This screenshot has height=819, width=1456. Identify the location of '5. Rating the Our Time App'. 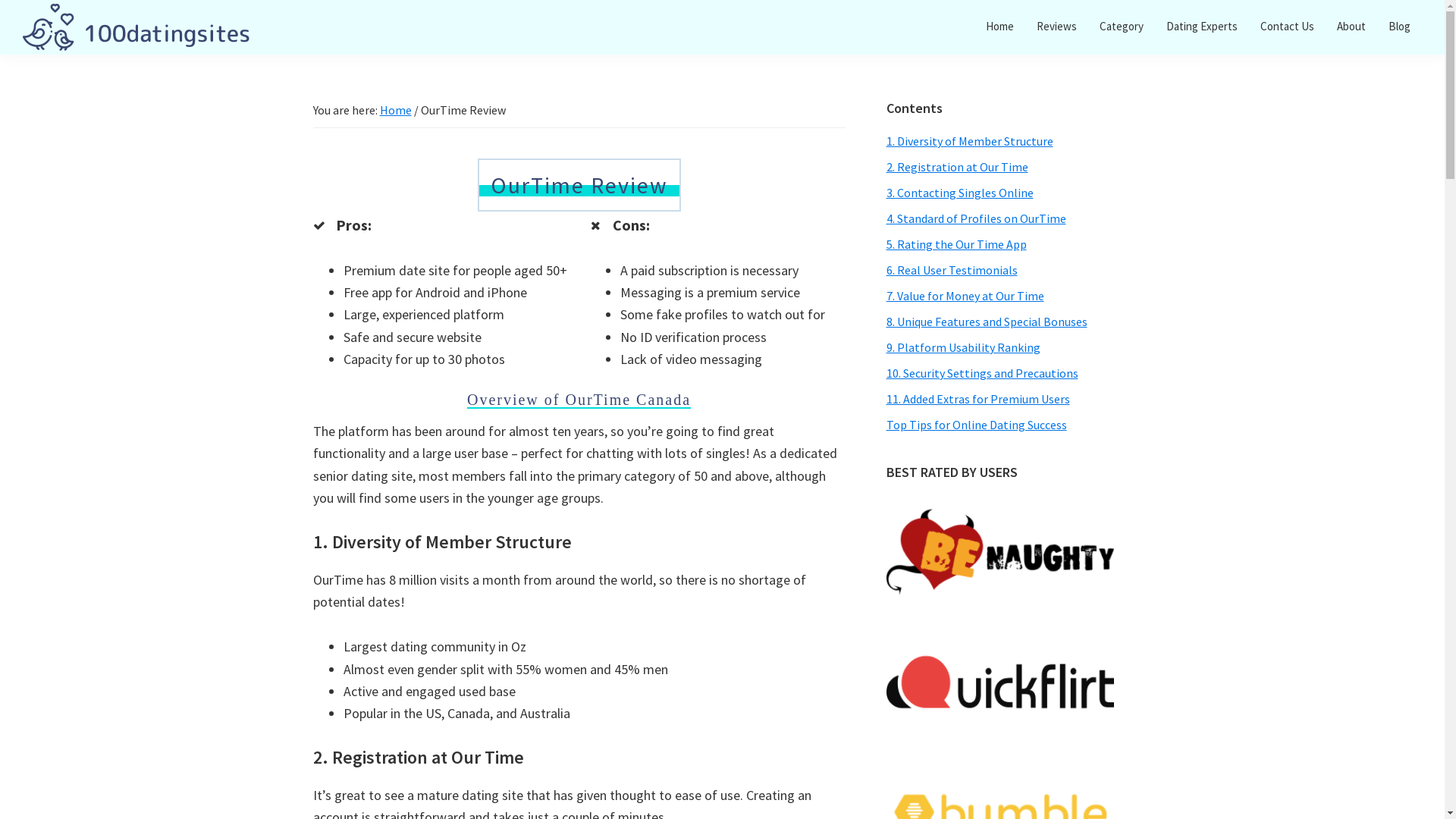
(955, 243).